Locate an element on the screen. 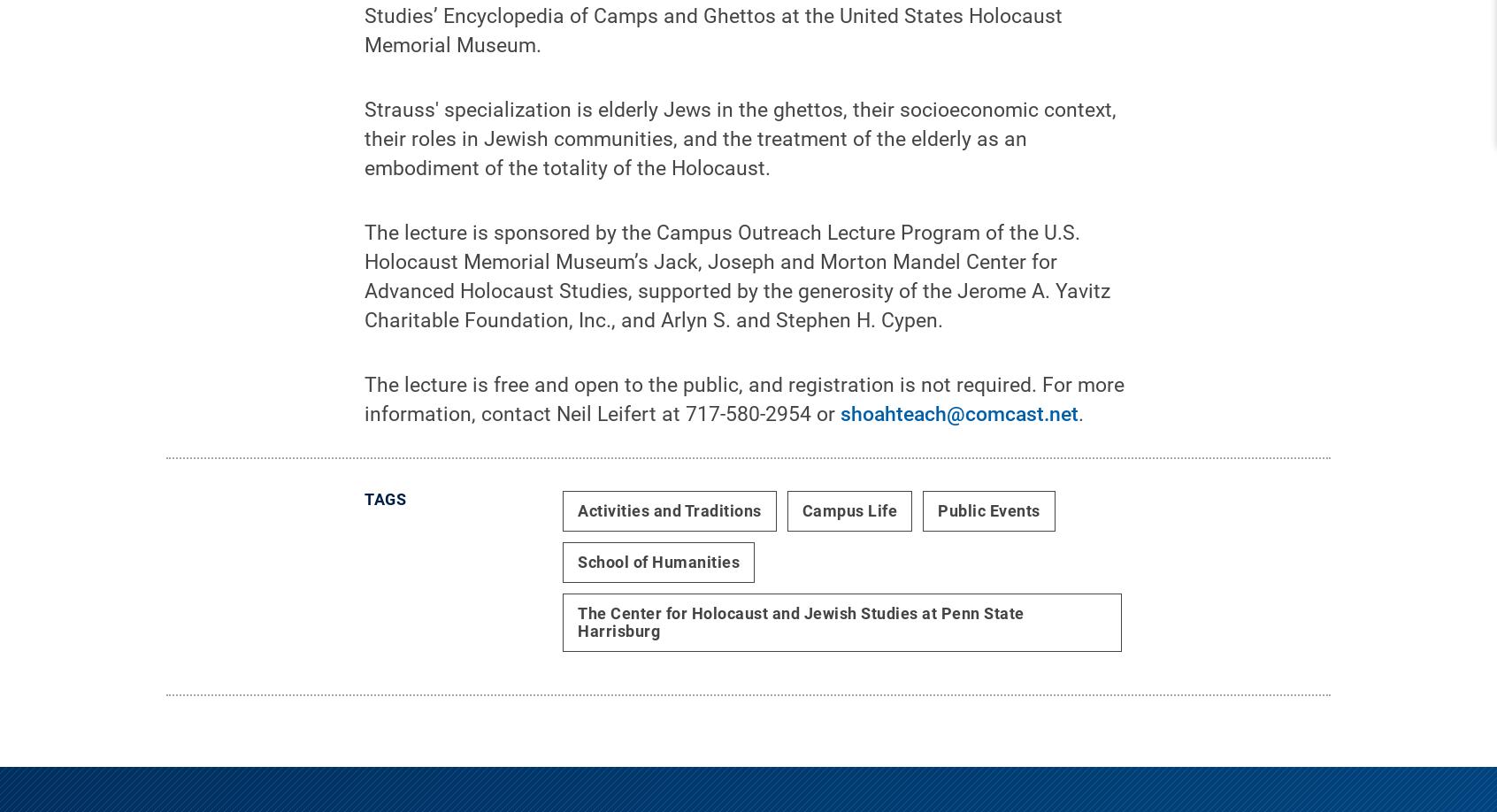 The height and width of the screenshot is (812, 1497). 'The lecture is sponsored by the Campus Outreach Lecture Program of the U.S. Holocaust Memorial Museum’s Jack, Joseph and Morton Mandel Center for Advanced Holocaust Studies, supported by the generosity of the Jerome A. Yavitz Charitable Foundation, Inc., and Arlyn S. and Stephen H. Cypen.' is located at coordinates (737, 290).